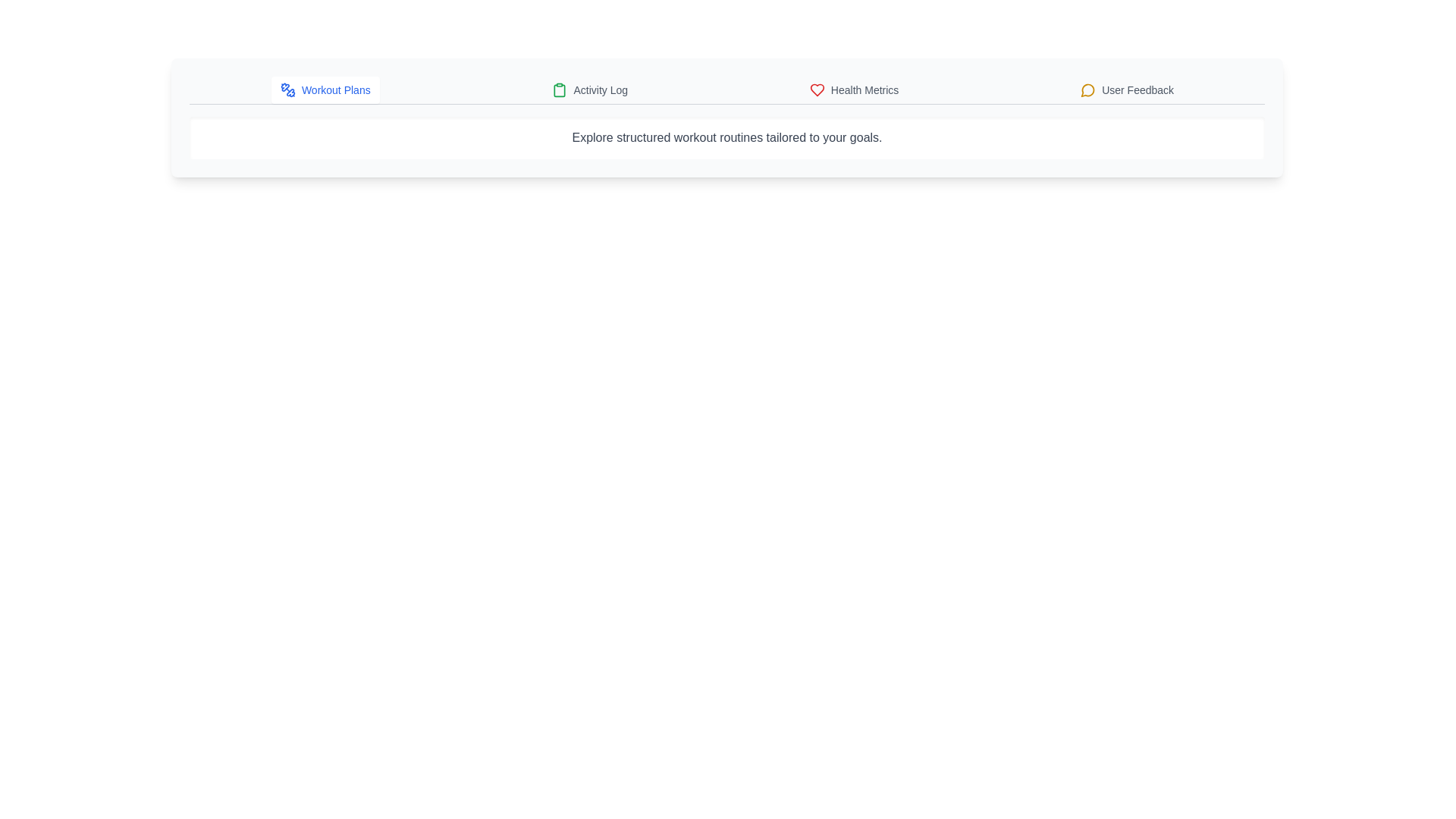 This screenshot has width=1456, height=819. What do you see at coordinates (325, 90) in the screenshot?
I see `the 'Workout Plans' navigation button located at the top of the interface to trigger visual feedback` at bounding box center [325, 90].